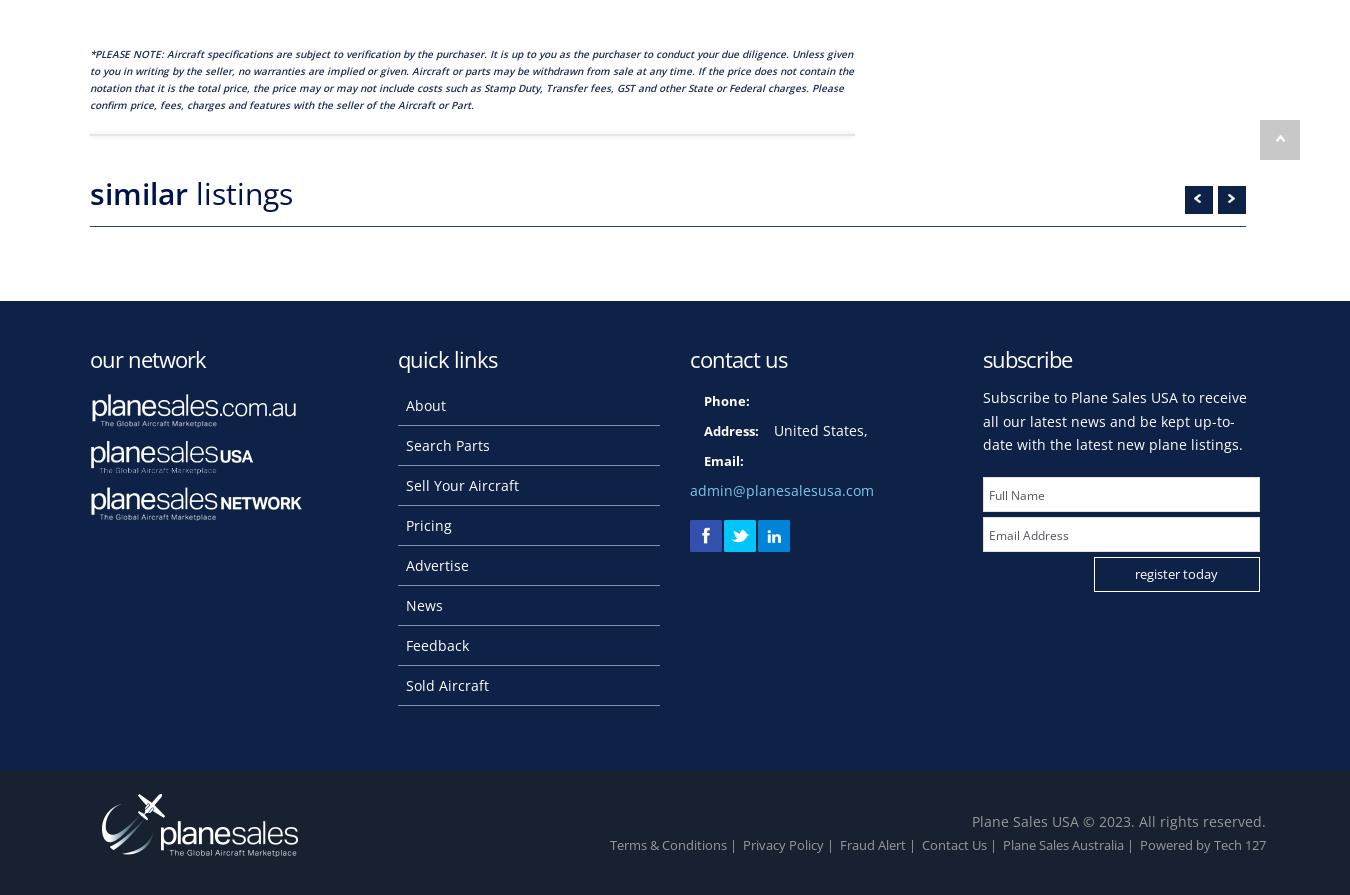 The height and width of the screenshot is (895, 1350). I want to click on 'contact us', so click(737, 358).